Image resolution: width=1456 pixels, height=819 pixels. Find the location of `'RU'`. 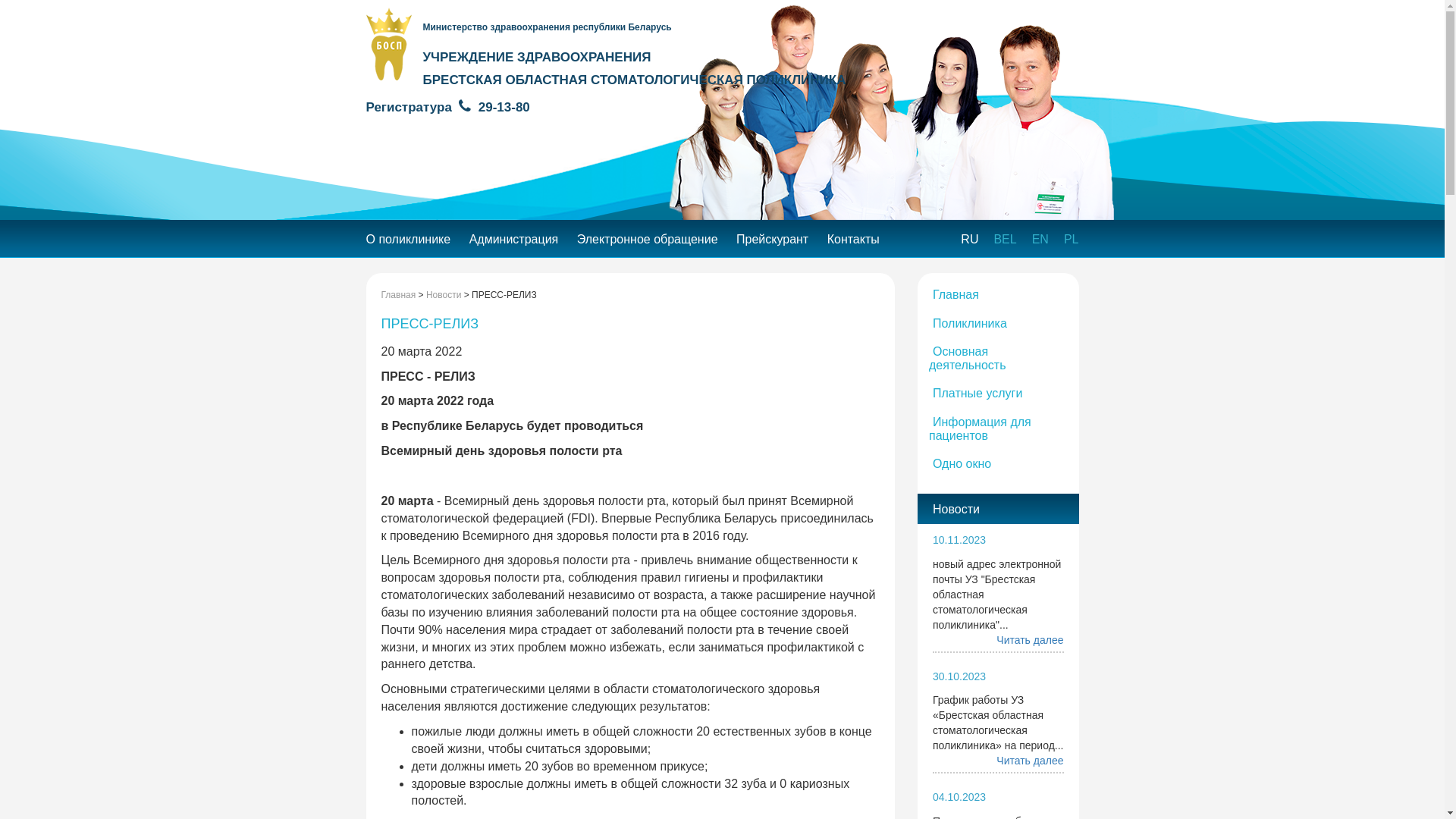

'RU' is located at coordinates (968, 239).